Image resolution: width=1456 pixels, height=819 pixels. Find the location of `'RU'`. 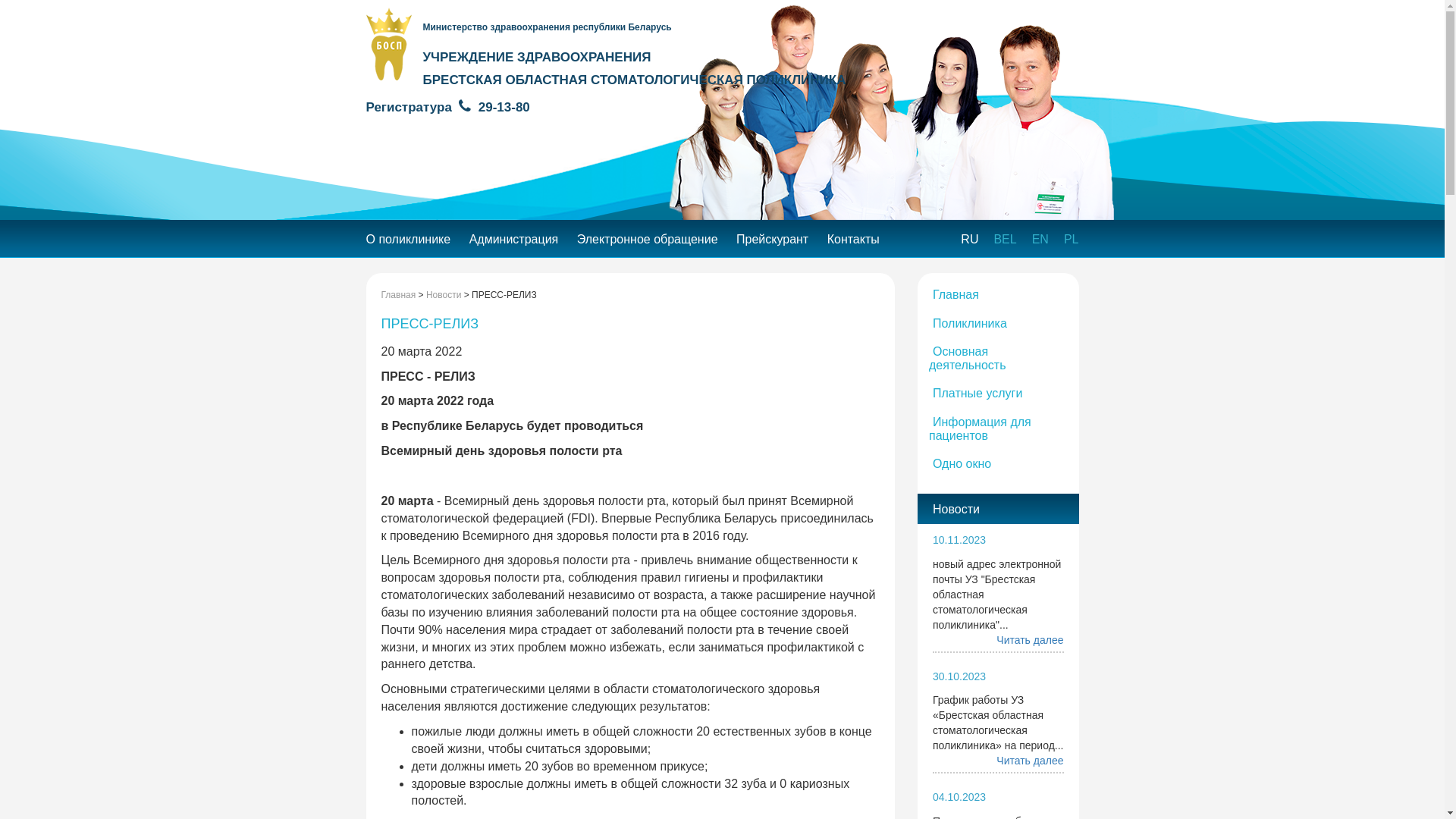

'RU' is located at coordinates (968, 239).